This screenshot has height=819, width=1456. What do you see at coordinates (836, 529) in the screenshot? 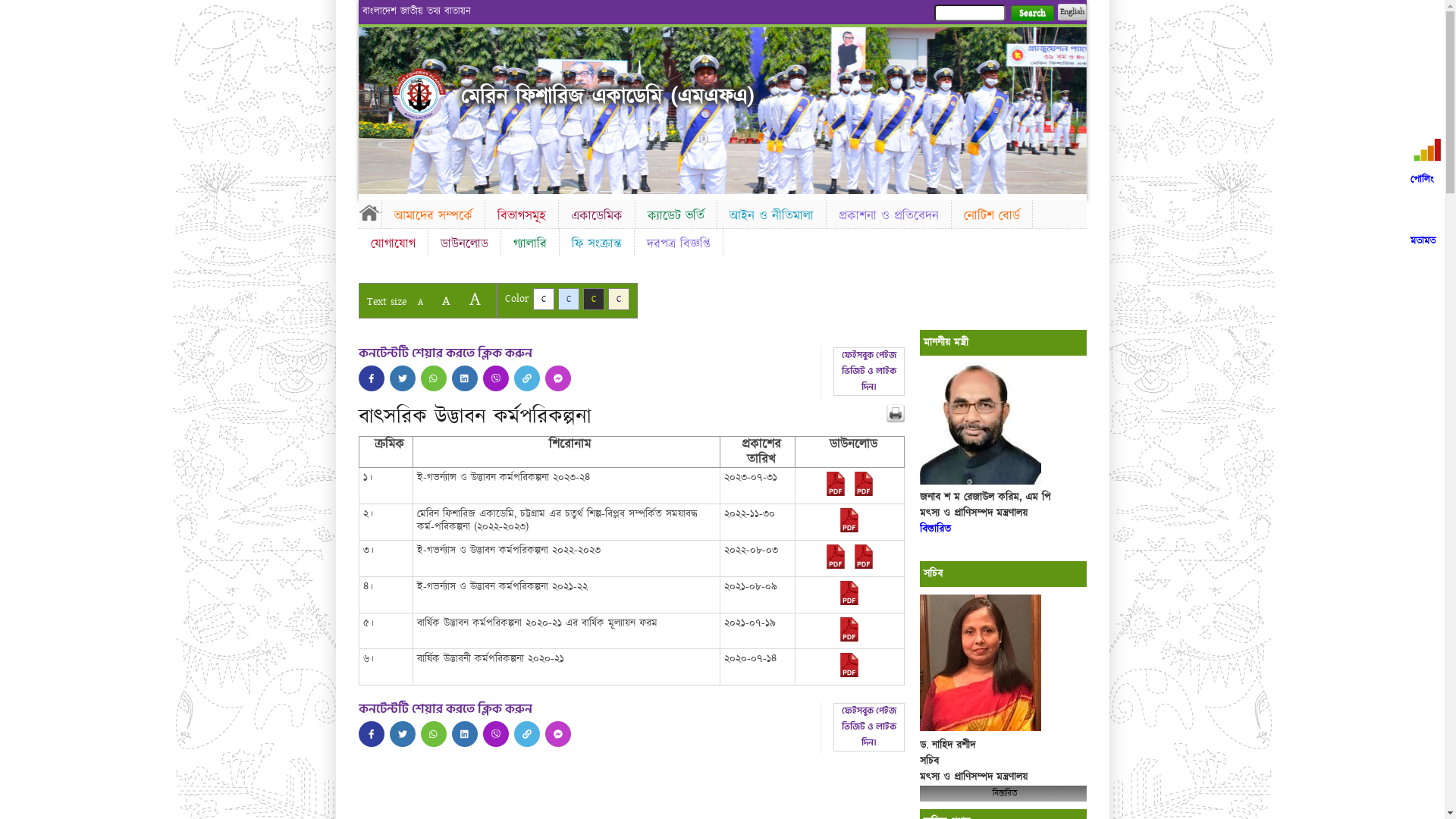
I see `'2022-11-30-07-36-f82b5afe315d9402b3232285633ddf25.pdf'` at bounding box center [836, 529].